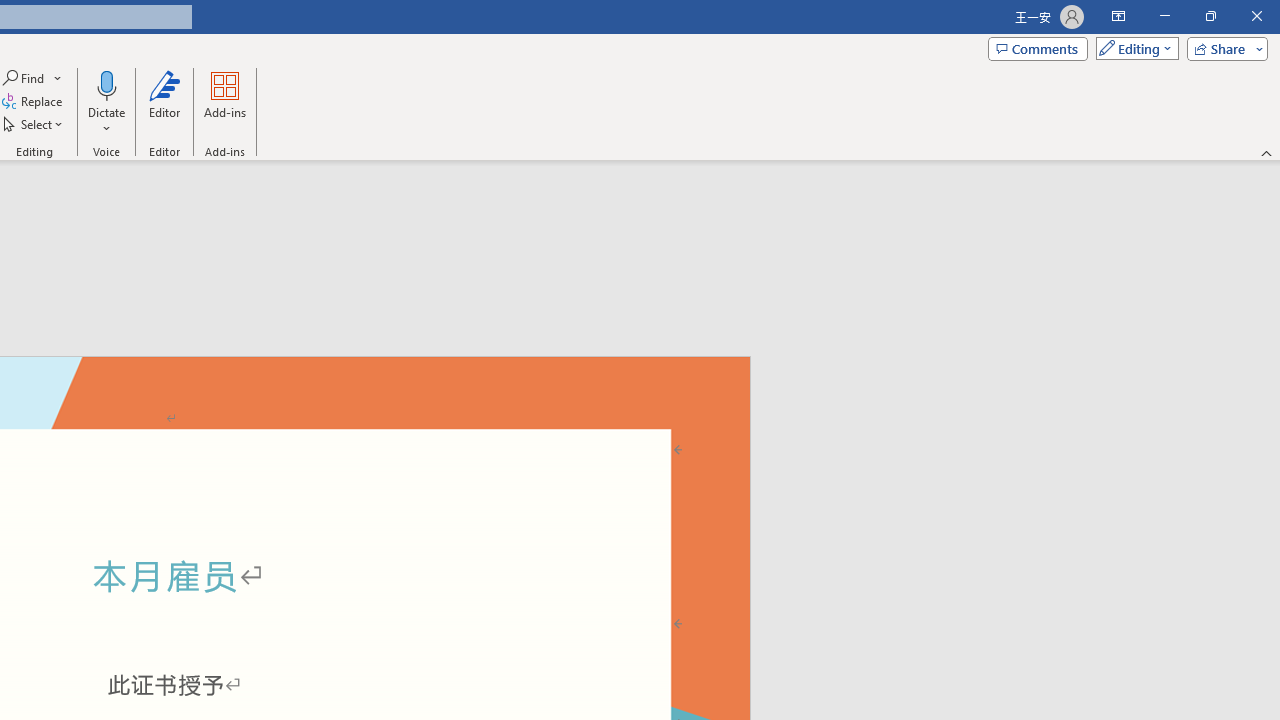 This screenshot has width=1280, height=720. What do you see at coordinates (105, 103) in the screenshot?
I see `'Dictate'` at bounding box center [105, 103].